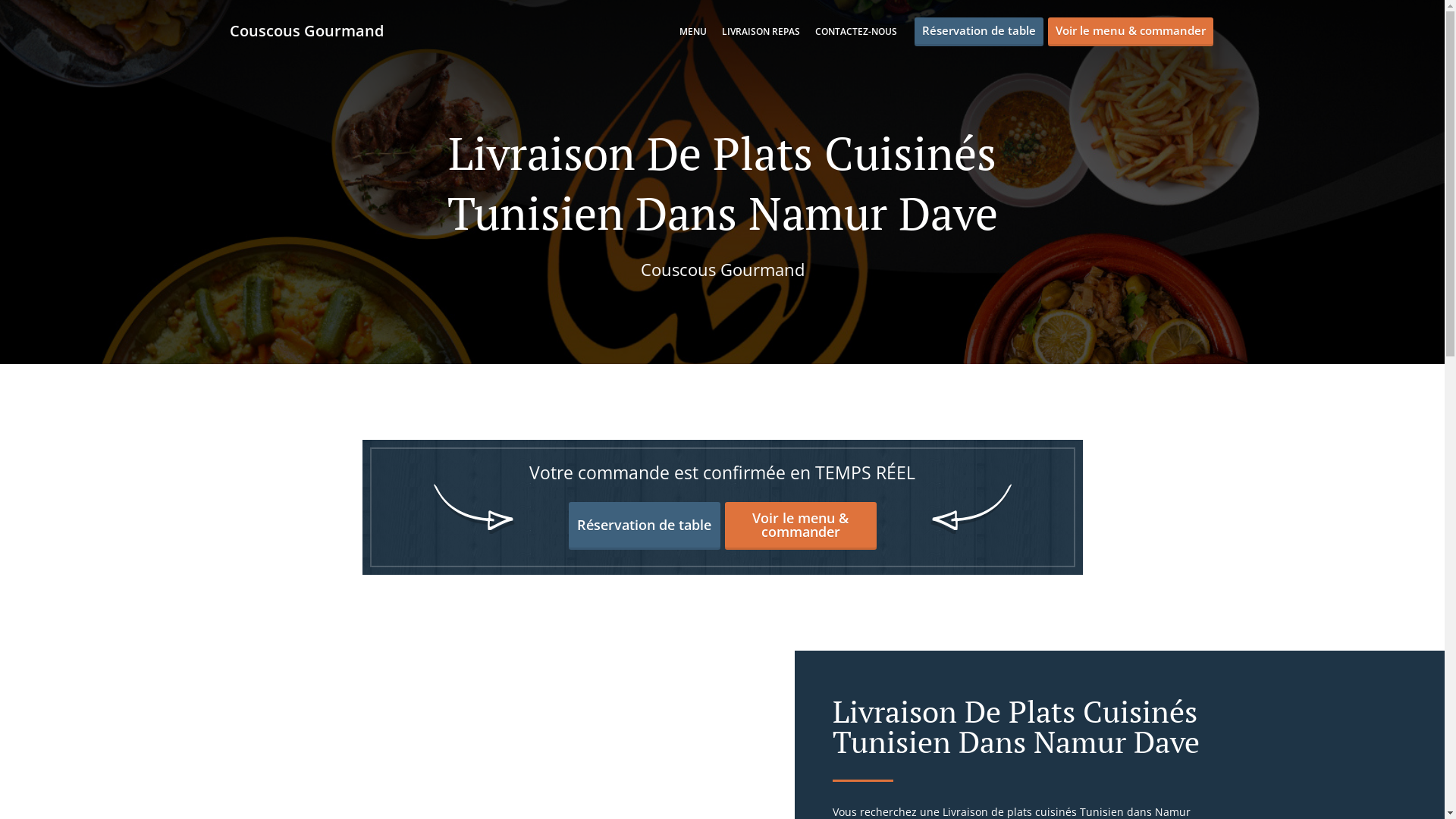 The width and height of the screenshot is (1456, 819). What do you see at coordinates (692, 31) in the screenshot?
I see `'MENU'` at bounding box center [692, 31].